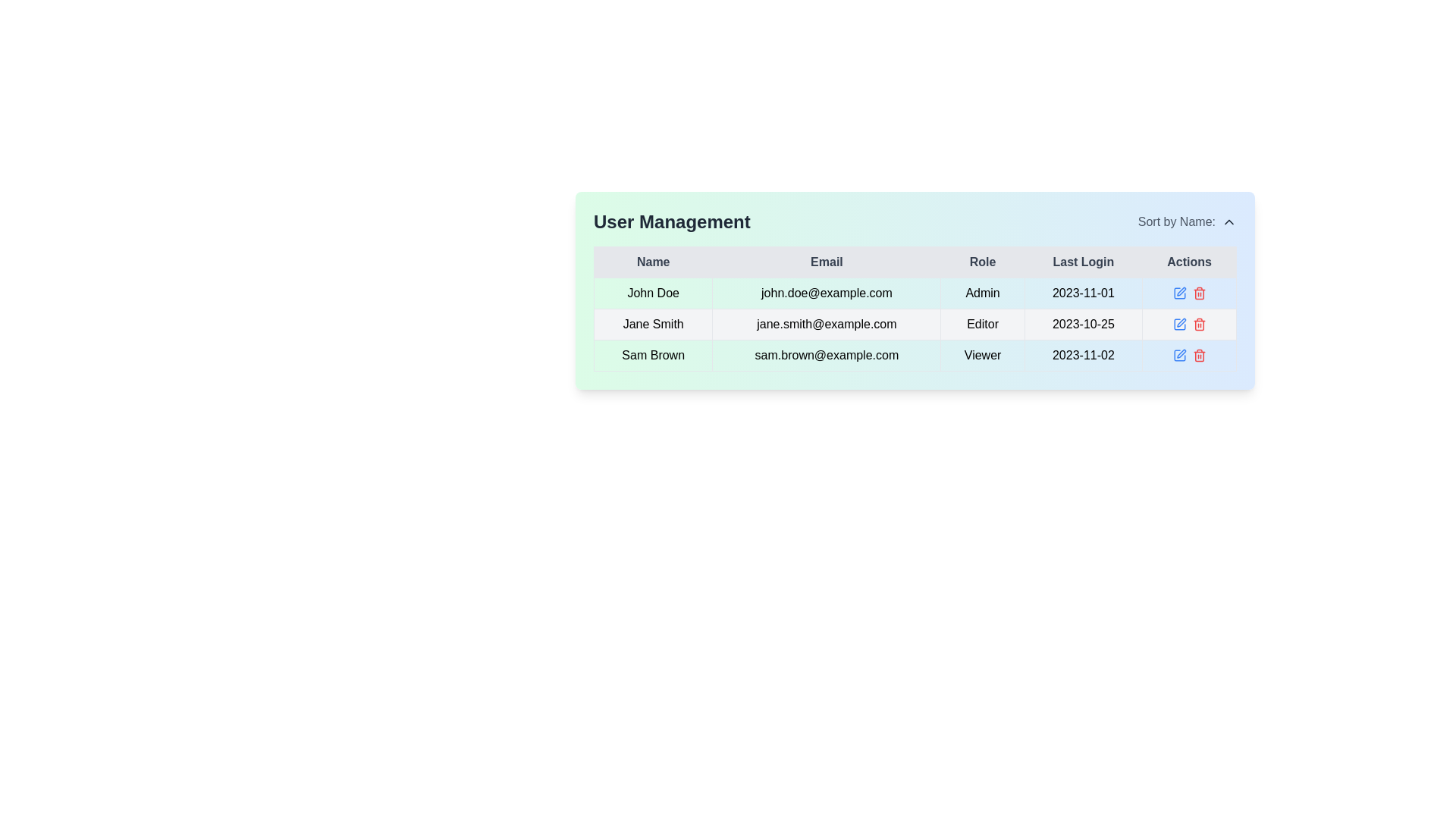 The image size is (1456, 819). Describe the element at coordinates (914, 324) in the screenshot. I see `the second row of the user management table, which contains 'Jane Smith', 'jane.smith@example.com', 'Editor', and '2023-10-25'` at that location.